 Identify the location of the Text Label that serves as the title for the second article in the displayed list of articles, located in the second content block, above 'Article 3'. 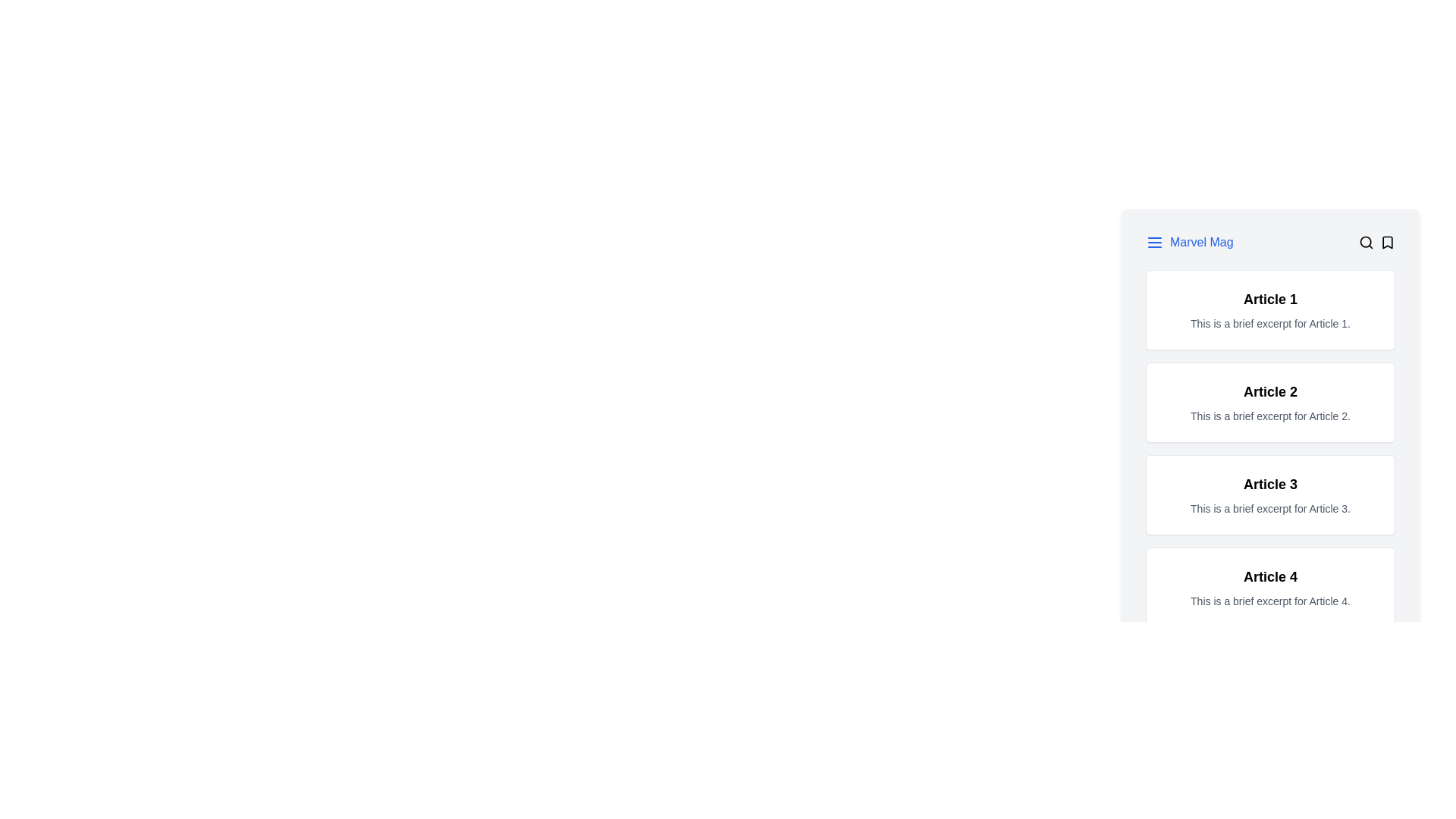
(1270, 391).